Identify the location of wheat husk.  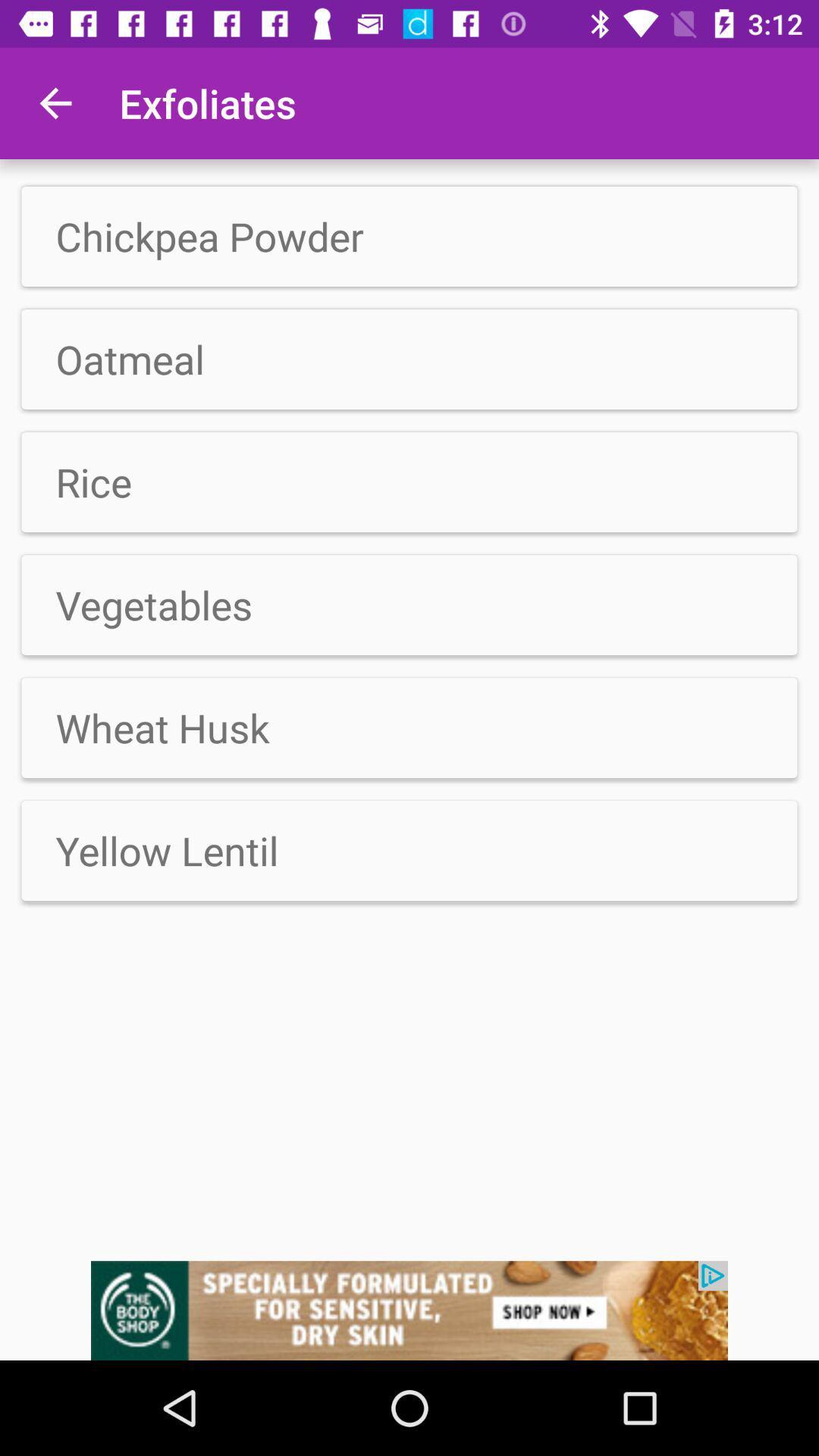
(409, 728).